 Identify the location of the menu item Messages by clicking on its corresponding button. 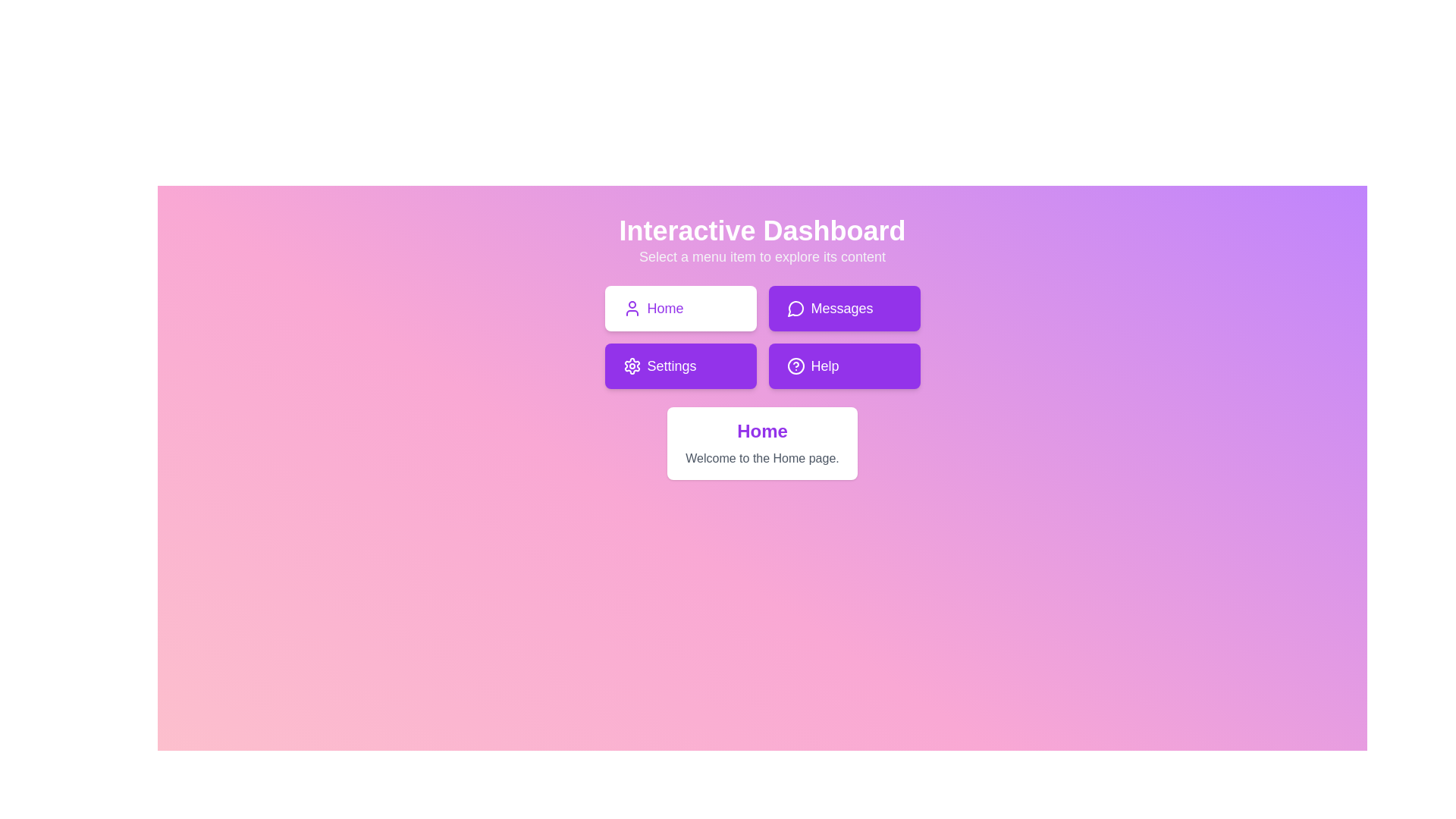
(843, 308).